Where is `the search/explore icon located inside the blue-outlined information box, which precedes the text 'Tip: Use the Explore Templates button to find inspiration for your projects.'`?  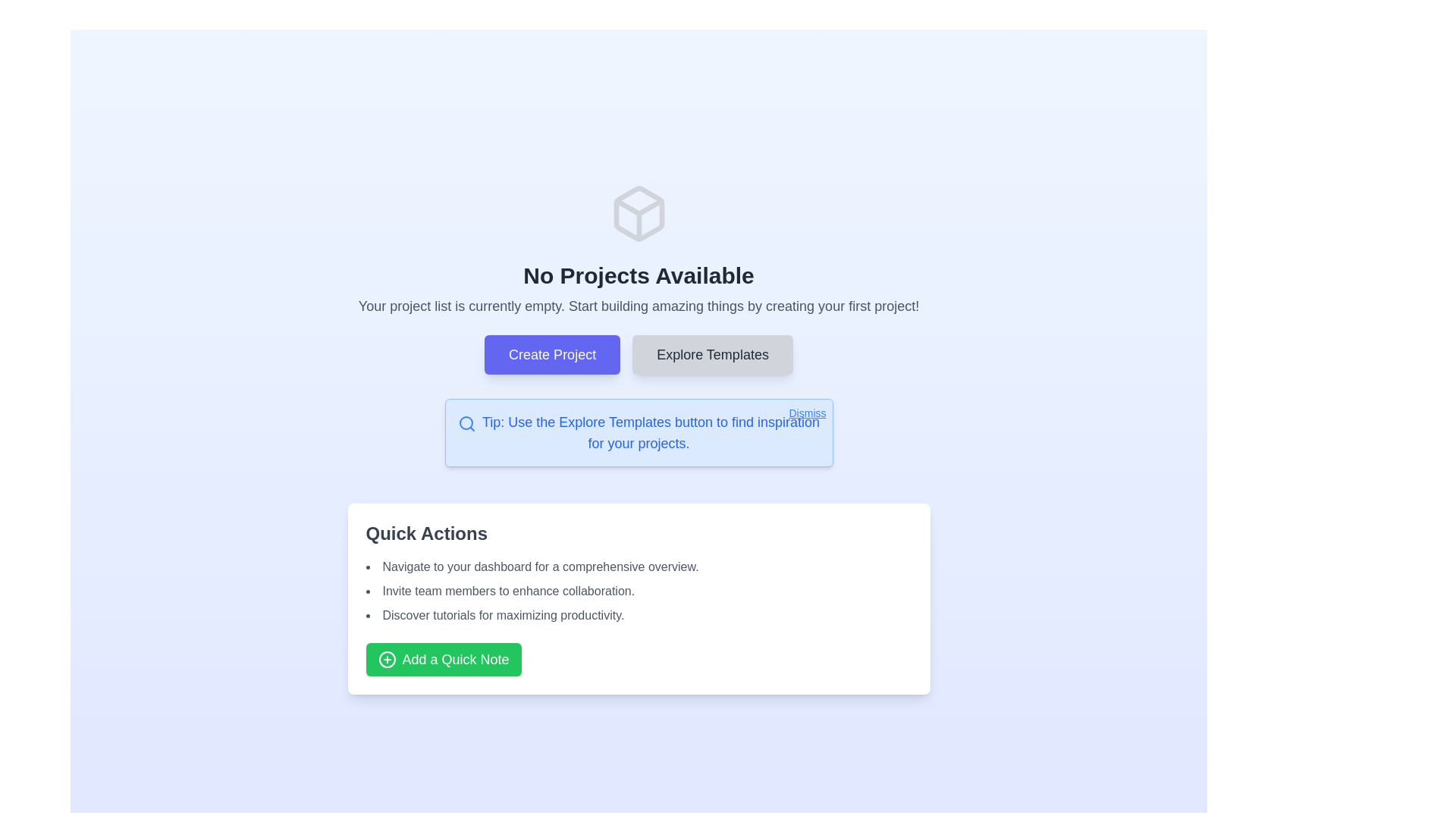 the search/explore icon located inside the blue-outlined information box, which precedes the text 'Tip: Use the Explore Templates button to find inspiration for your projects.' is located at coordinates (466, 423).